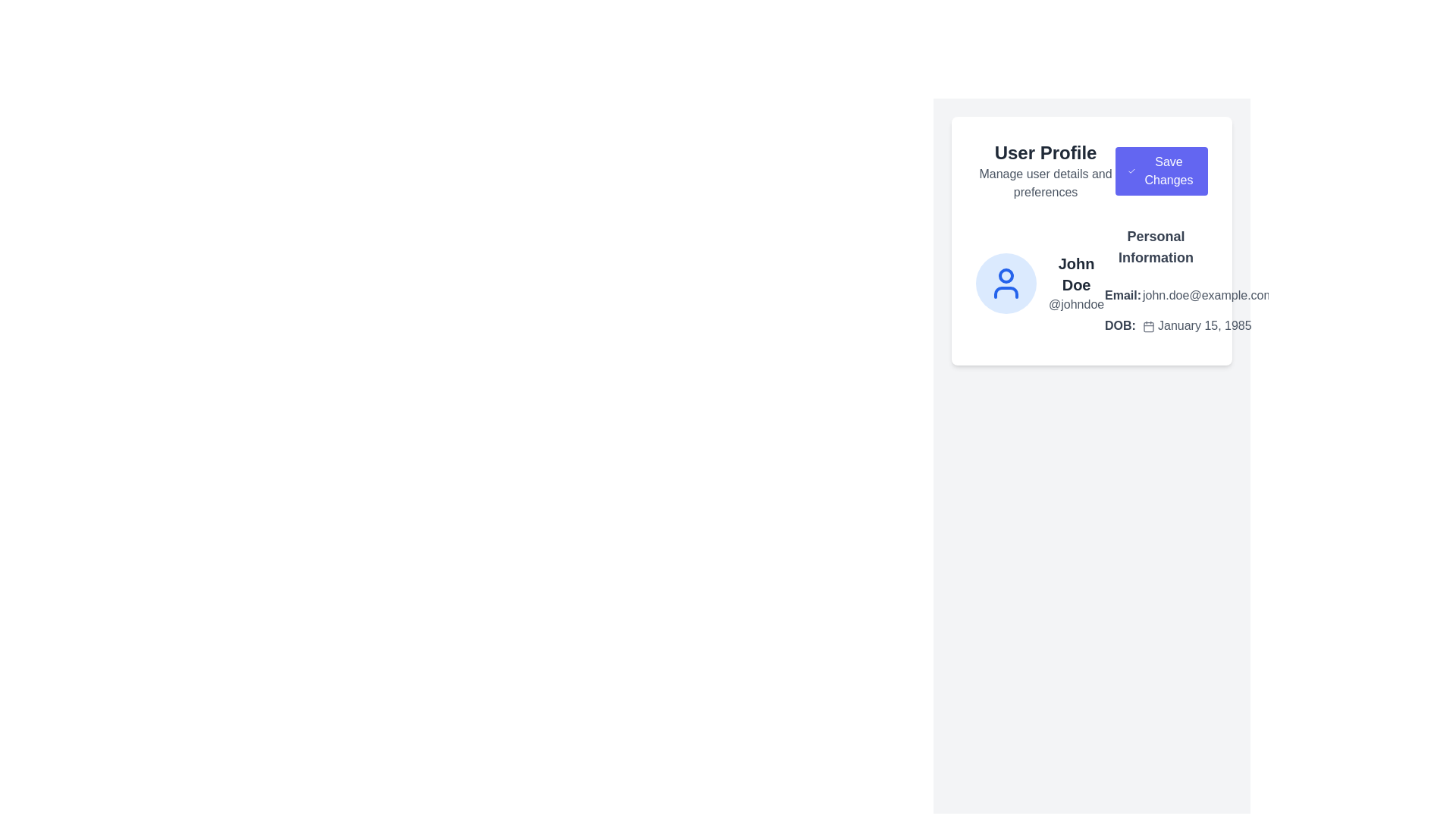  I want to click on the Text Label with Icon that displays the user's date of birth, located under the 'Email:' line and next to the email address entry, so click(1188, 325).